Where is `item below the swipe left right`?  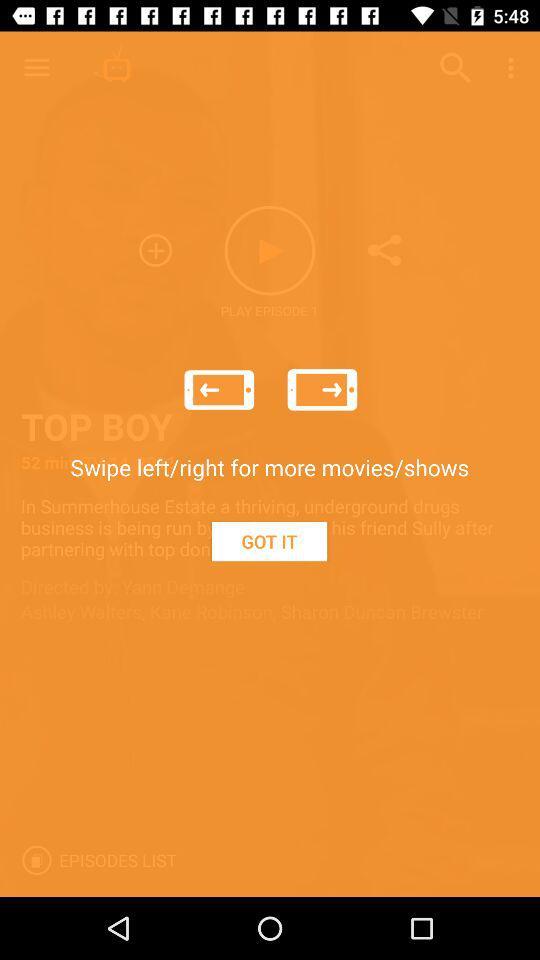
item below the swipe left right is located at coordinates (269, 541).